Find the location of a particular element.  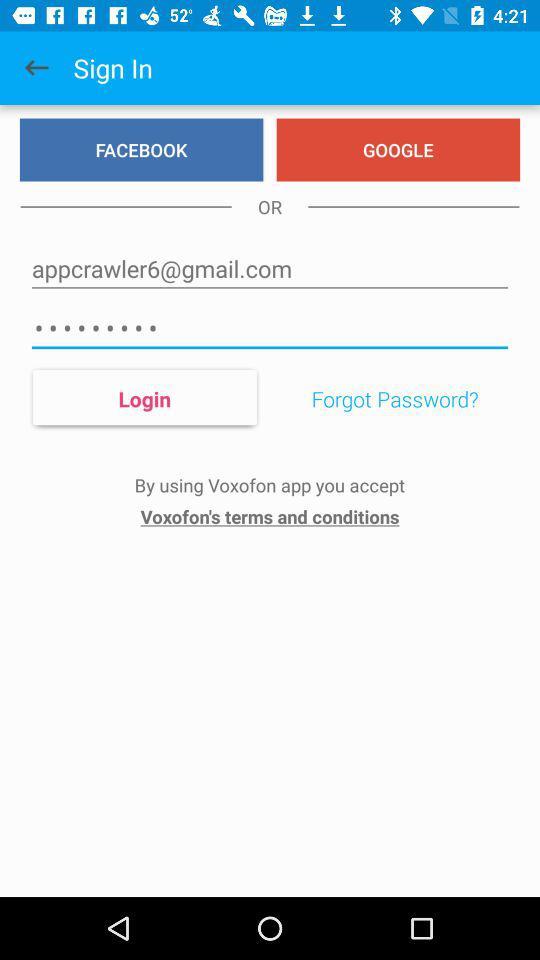

the icon below crowd3116 is located at coordinates (143, 397).